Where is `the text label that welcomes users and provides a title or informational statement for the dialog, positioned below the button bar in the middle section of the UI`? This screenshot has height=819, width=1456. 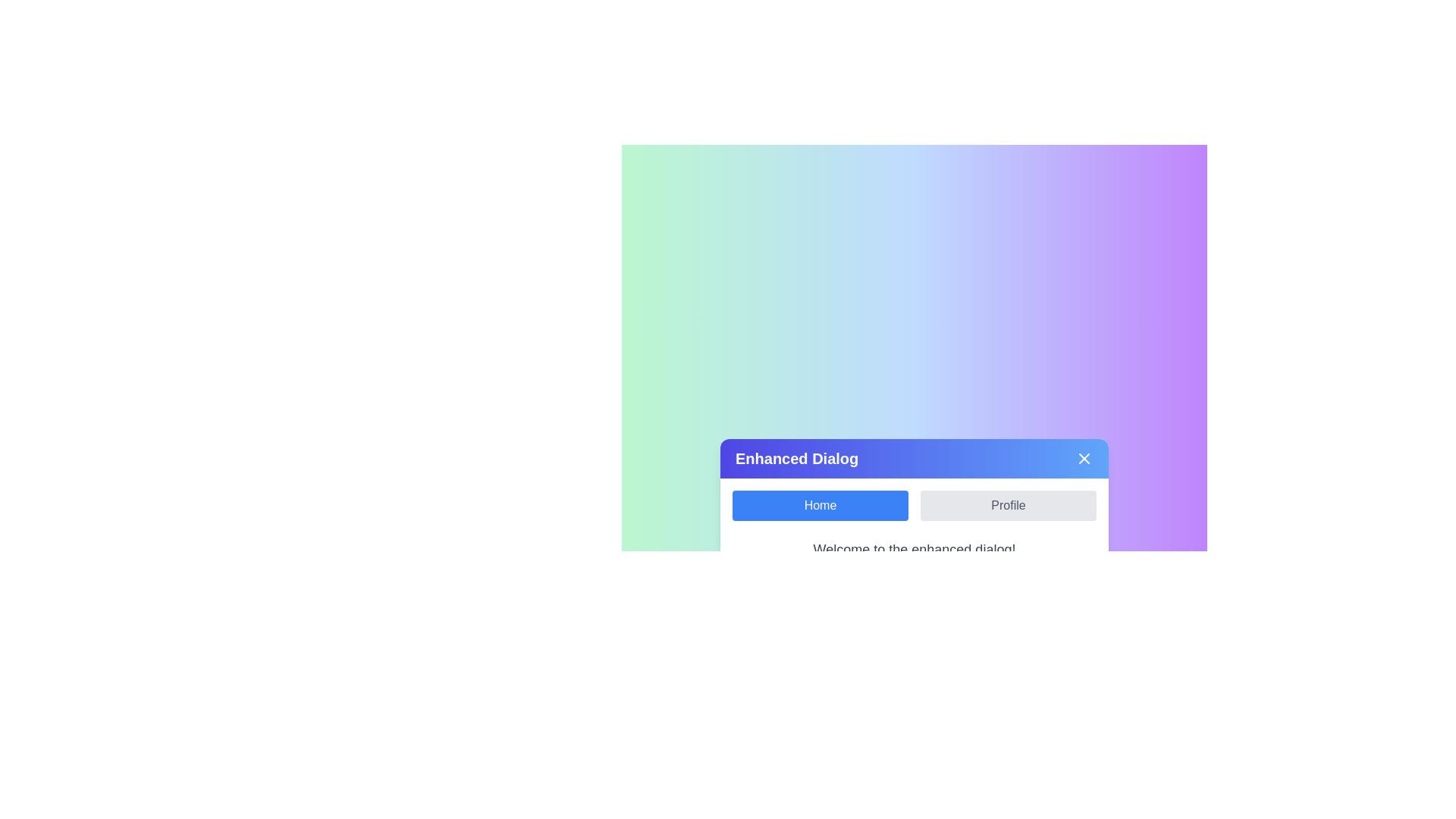
the text label that welcomes users and provides a title or informational statement for the dialog, positioned below the button bar in the middle section of the UI is located at coordinates (913, 550).